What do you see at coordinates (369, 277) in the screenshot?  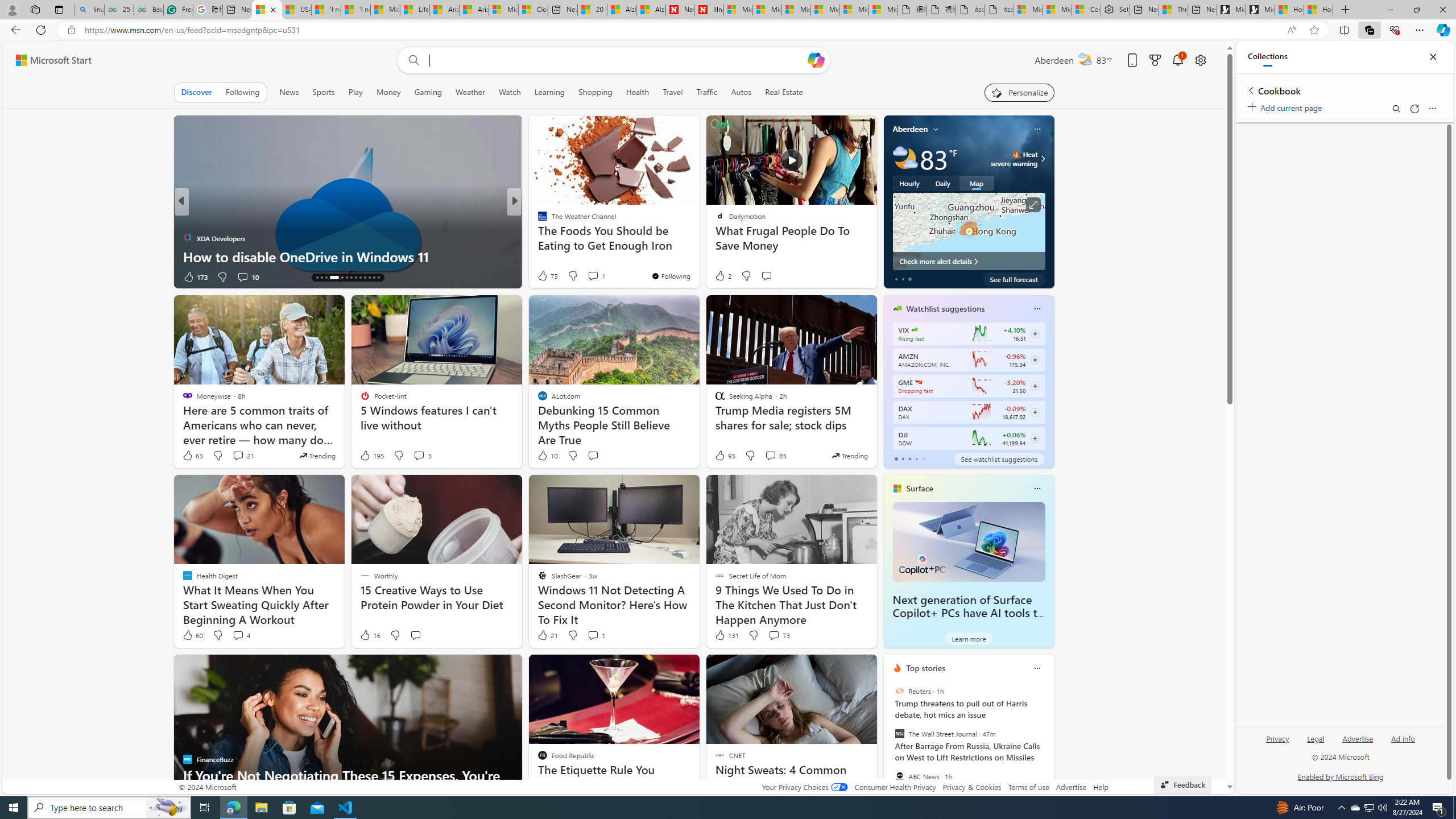 I see `'AutomationID: tab-24'` at bounding box center [369, 277].